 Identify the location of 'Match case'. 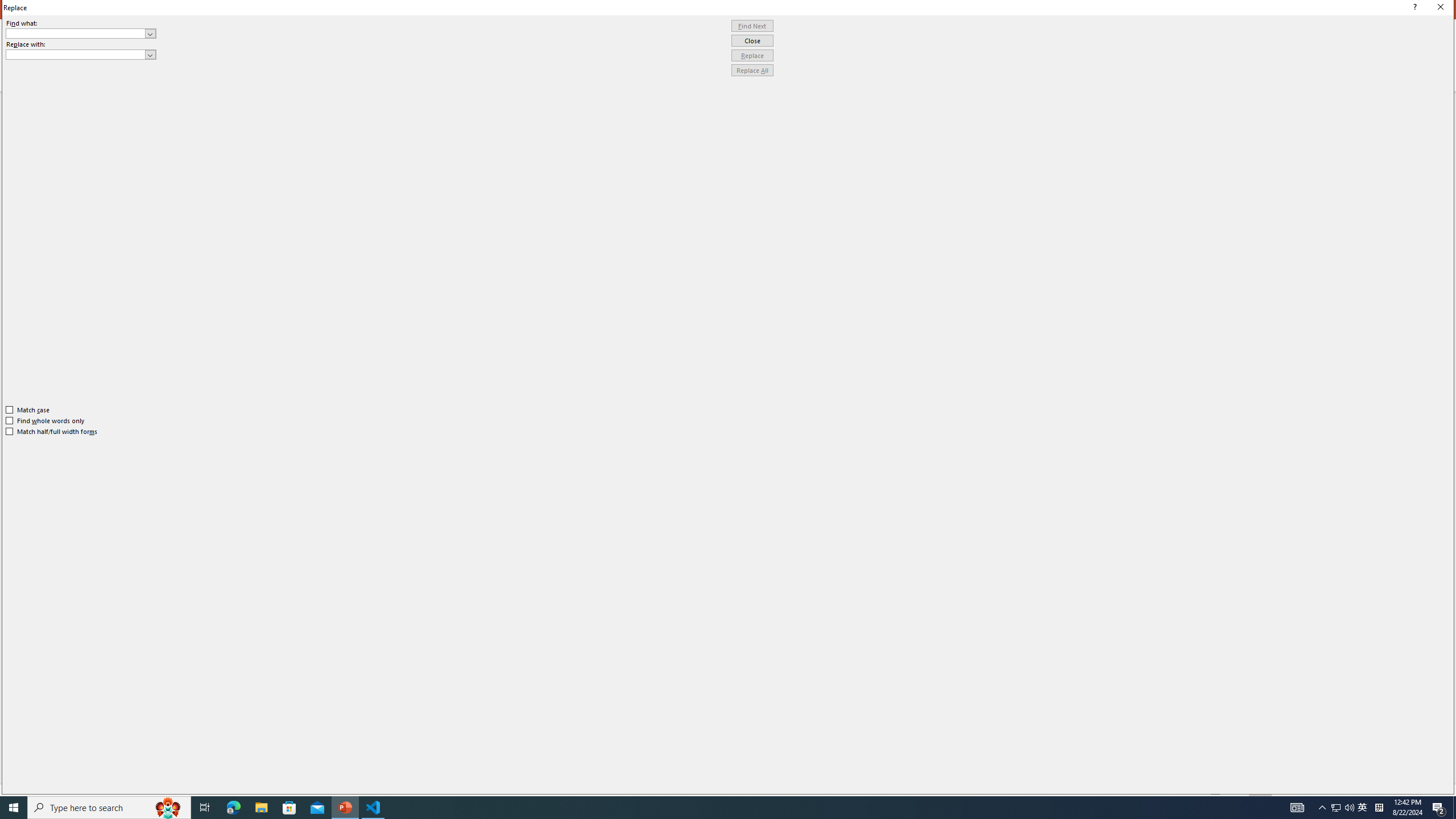
(27, 409).